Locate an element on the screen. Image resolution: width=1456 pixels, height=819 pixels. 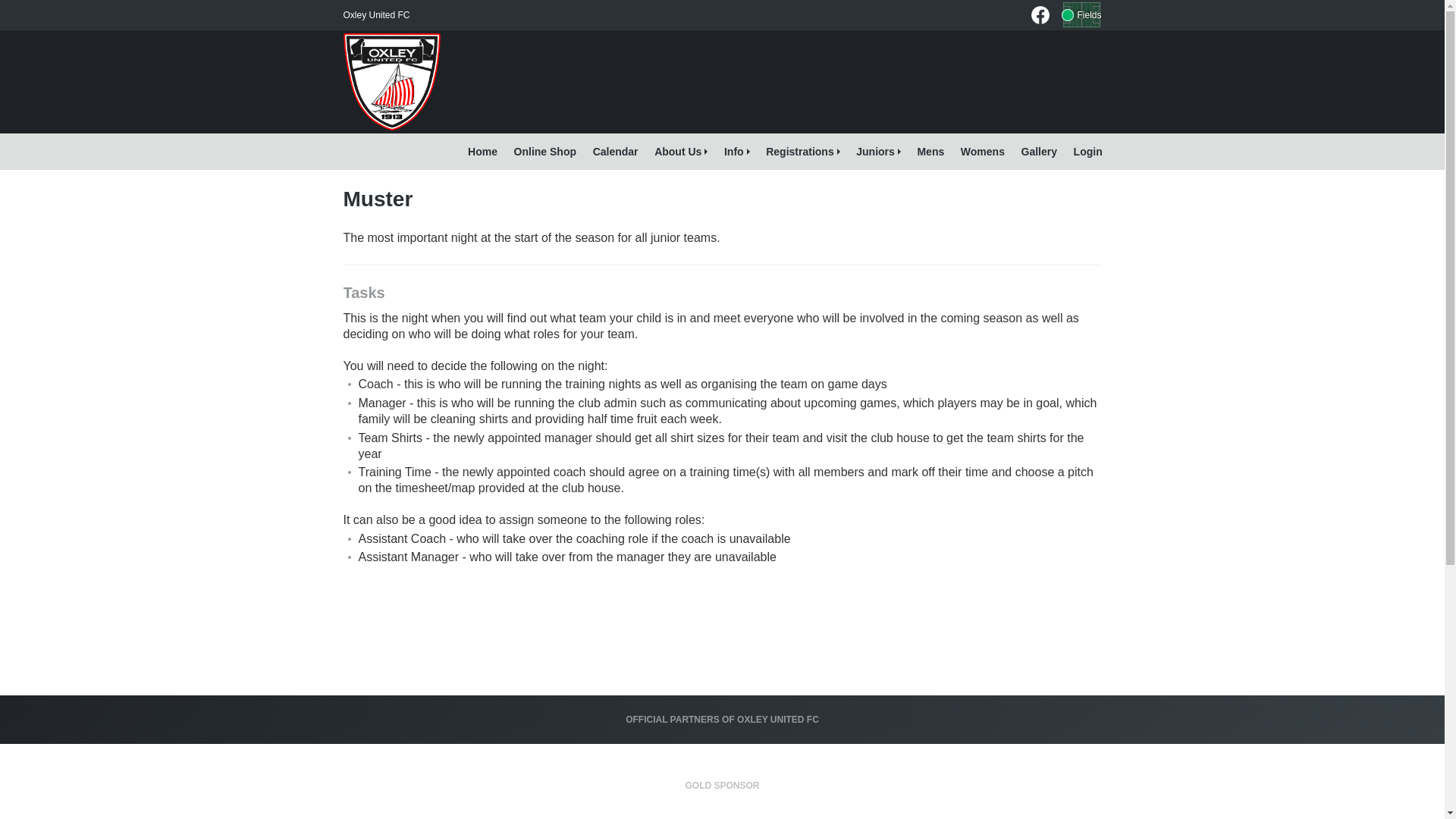
'Registrations' is located at coordinates (802, 152).